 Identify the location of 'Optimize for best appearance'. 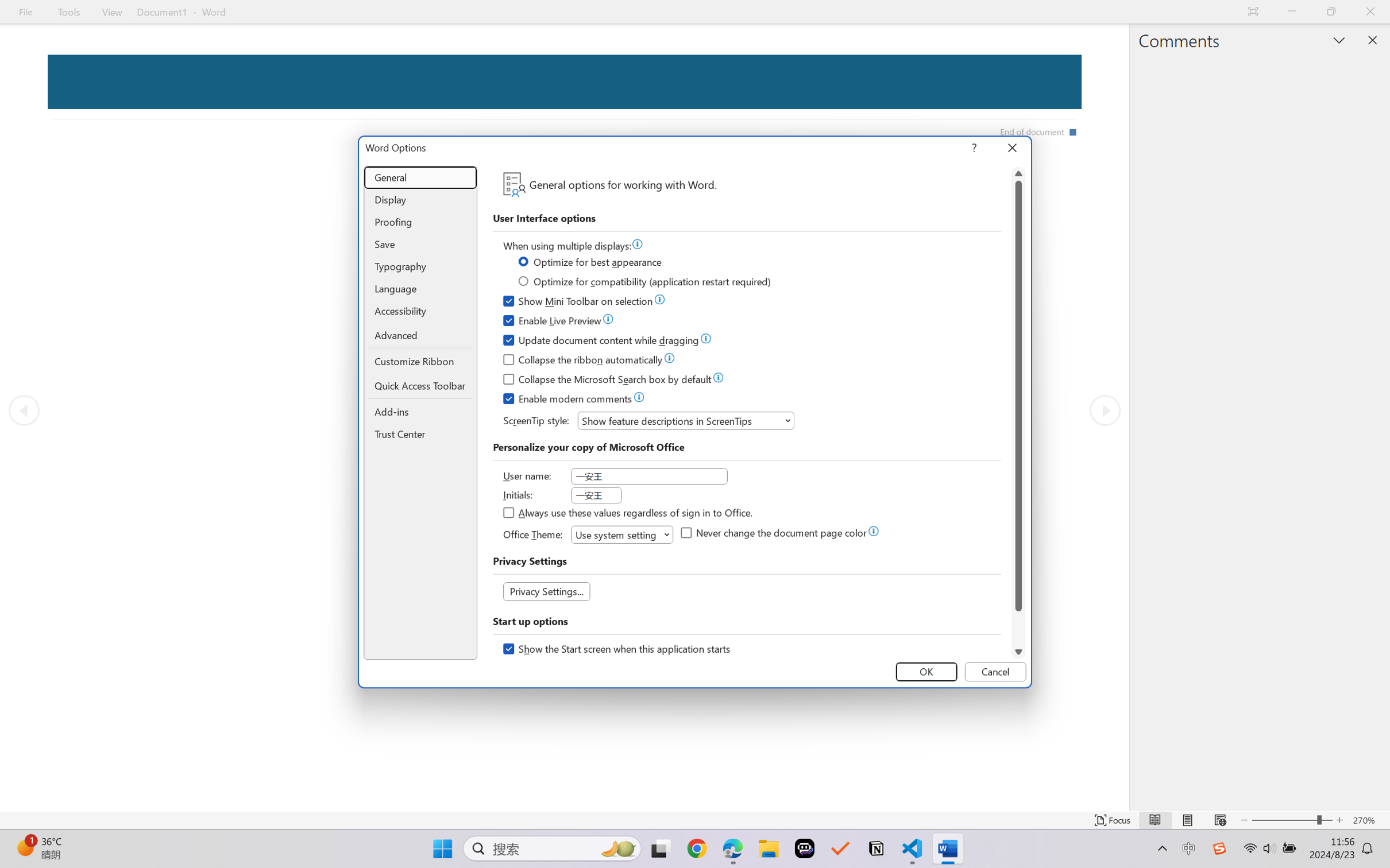
(590, 263).